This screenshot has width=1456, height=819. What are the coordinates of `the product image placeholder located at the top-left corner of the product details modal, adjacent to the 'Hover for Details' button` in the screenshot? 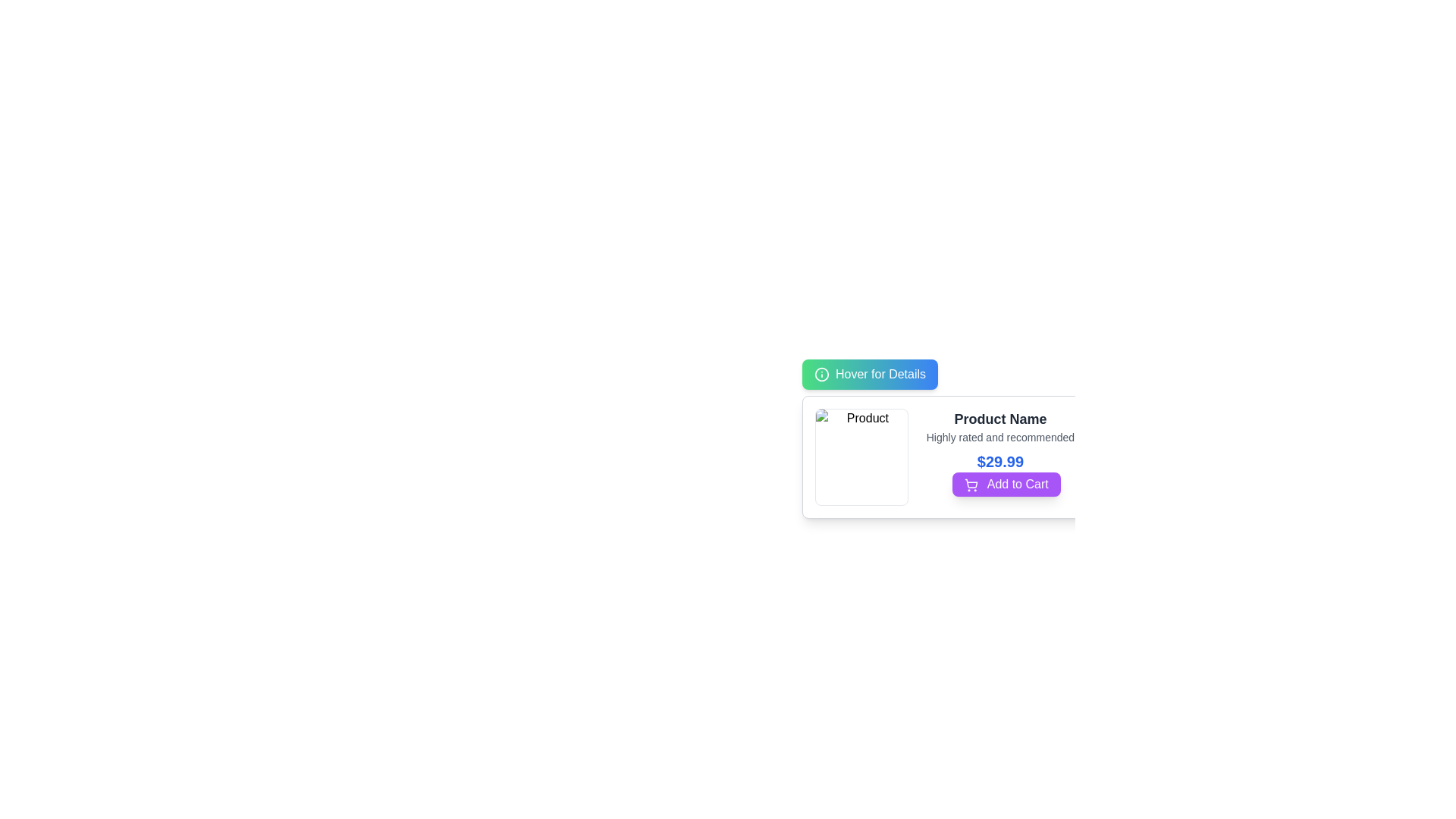 It's located at (870, 479).